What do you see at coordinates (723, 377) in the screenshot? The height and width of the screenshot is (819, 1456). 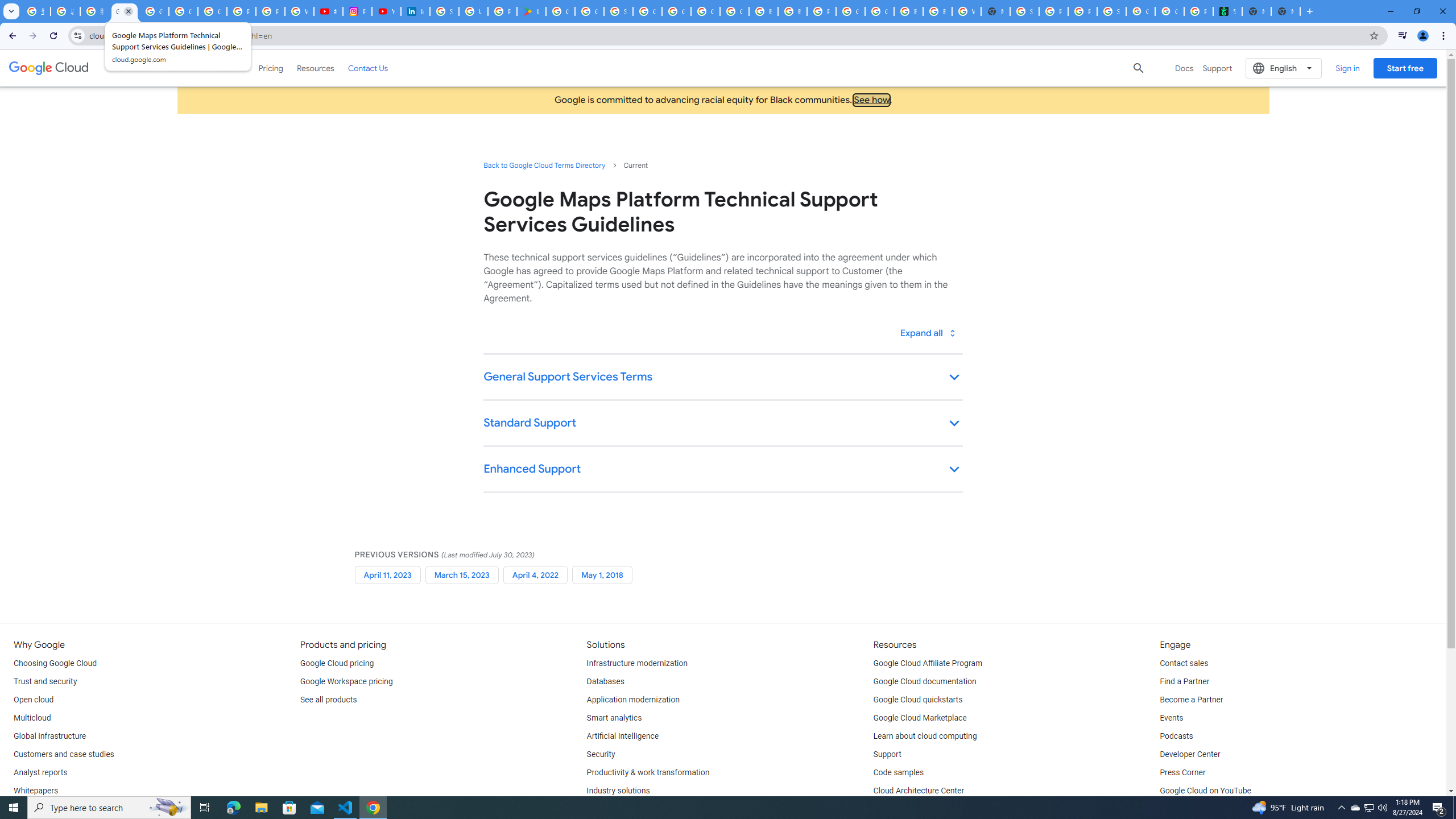 I see `'General Support Services Terms keyboard_arrow_down'` at bounding box center [723, 377].